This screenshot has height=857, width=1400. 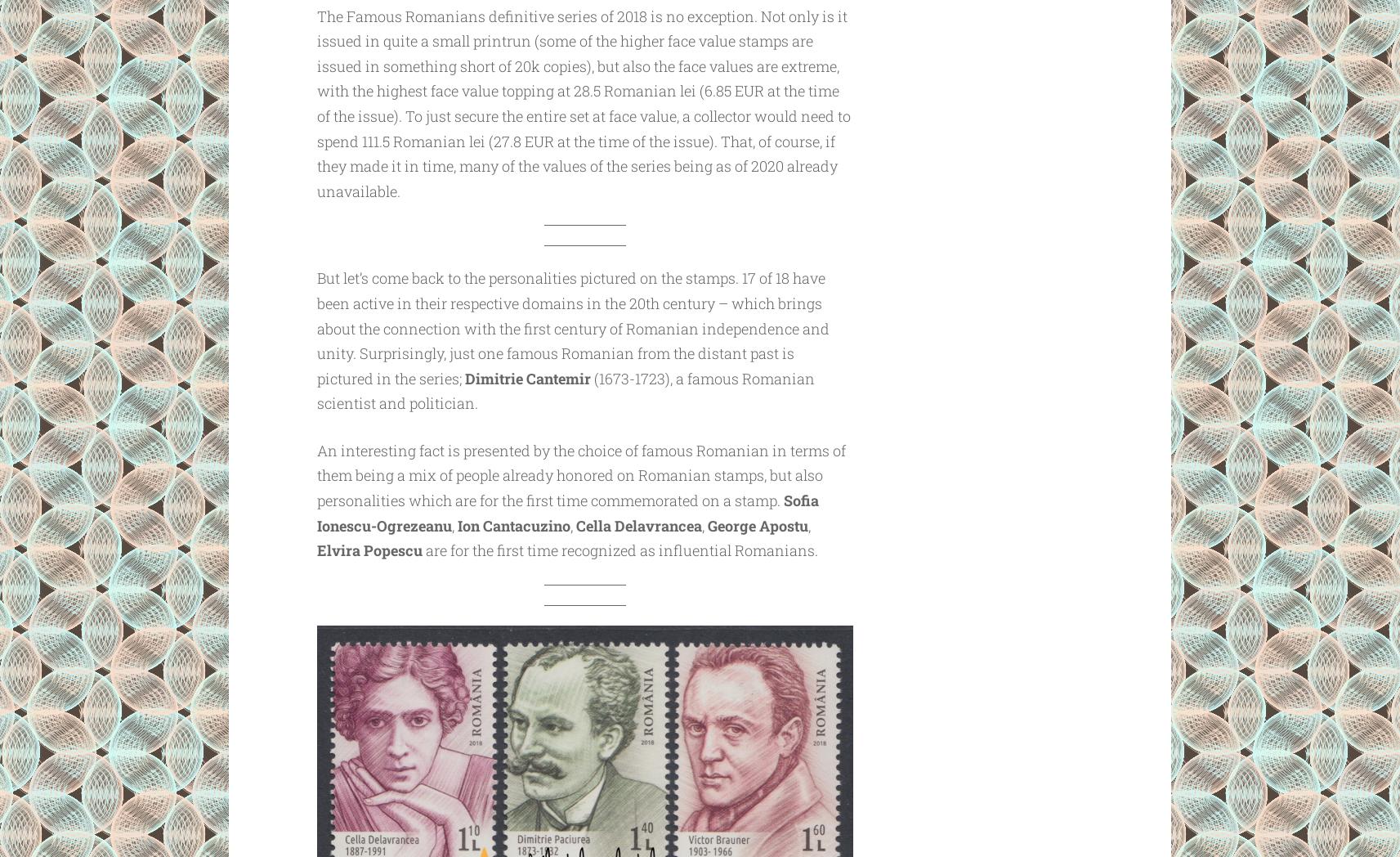 What do you see at coordinates (758, 524) in the screenshot?
I see `'George Apostu'` at bounding box center [758, 524].